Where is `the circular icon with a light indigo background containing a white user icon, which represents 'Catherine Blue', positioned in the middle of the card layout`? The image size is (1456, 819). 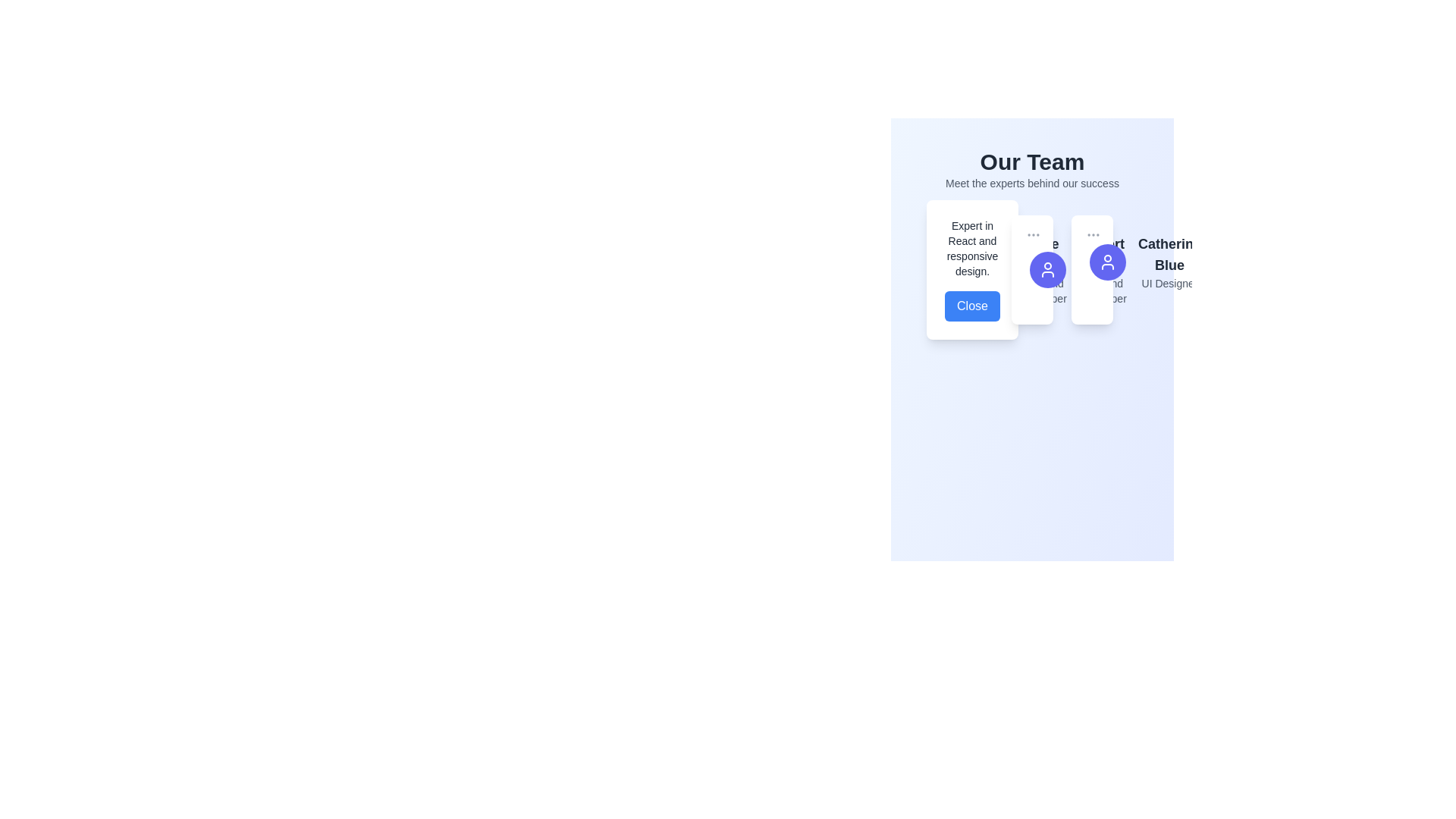
the circular icon with a light indigo background containing a white user icon, which represents 'Catherine Blue', positioned in the middle of the card layout is located at coordinates (1092, 268).